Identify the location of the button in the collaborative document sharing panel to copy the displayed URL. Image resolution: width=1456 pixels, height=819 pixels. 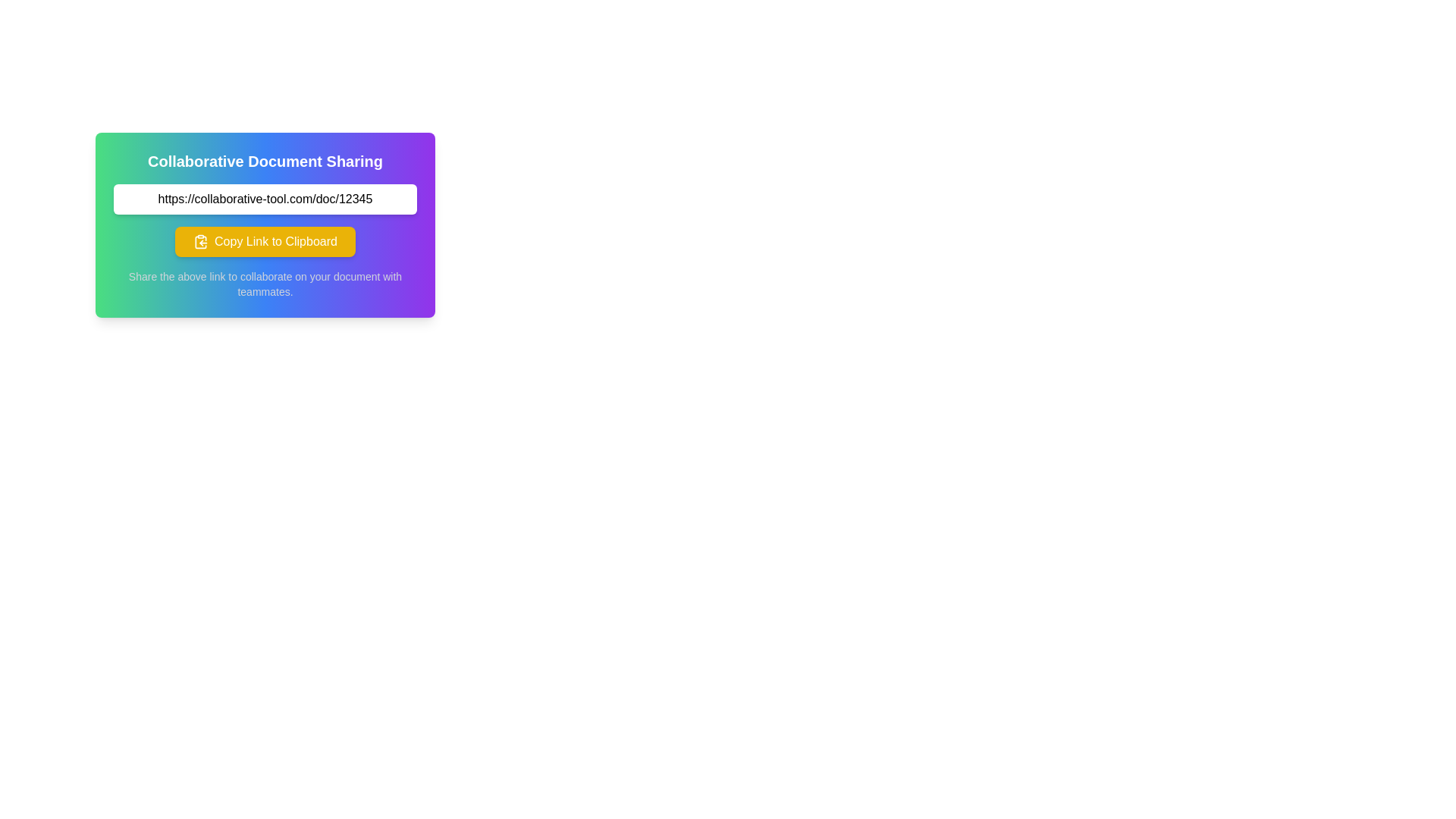
(265, 225).